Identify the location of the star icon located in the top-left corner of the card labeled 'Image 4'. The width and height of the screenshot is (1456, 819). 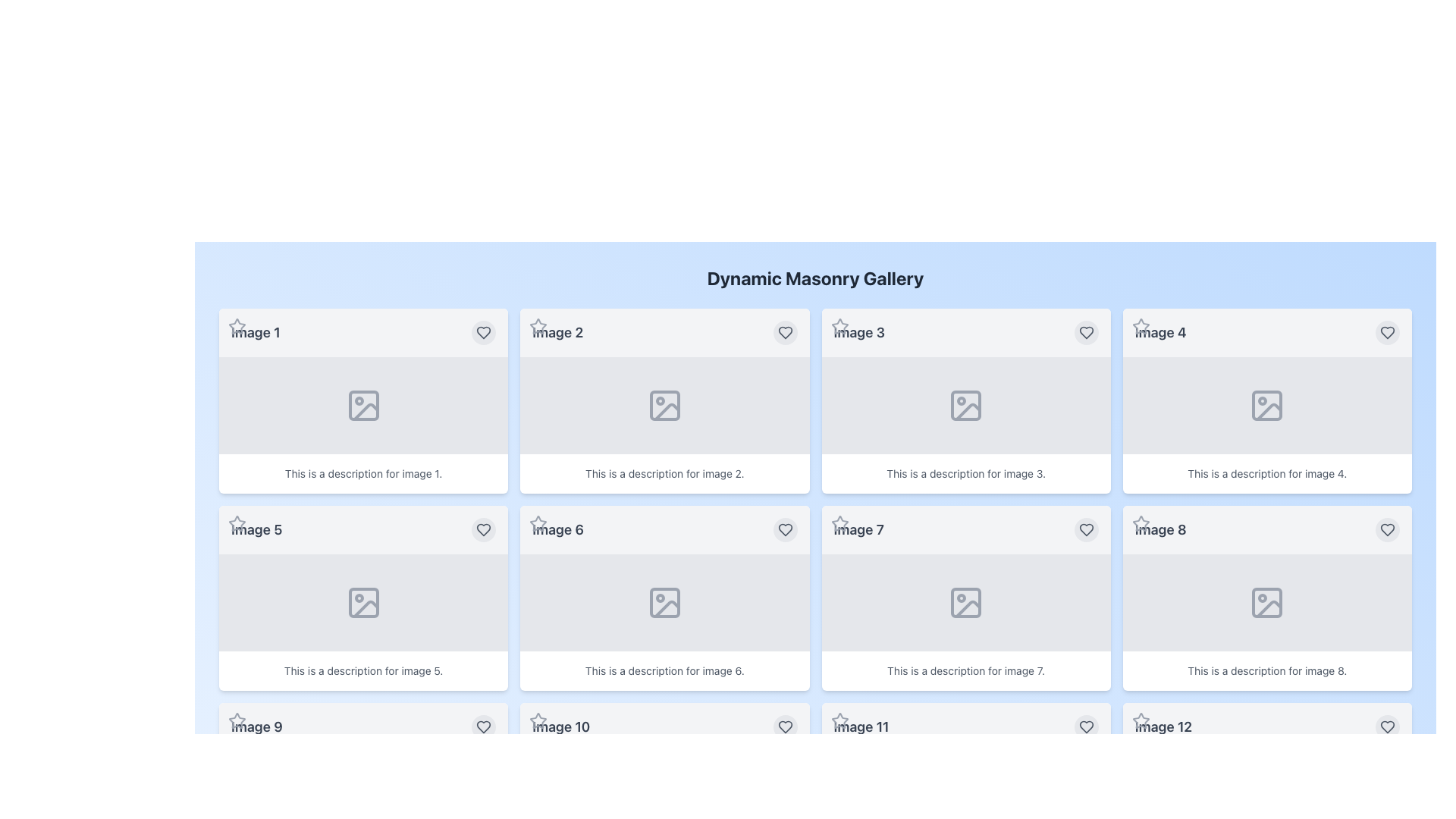
(1141, 326).